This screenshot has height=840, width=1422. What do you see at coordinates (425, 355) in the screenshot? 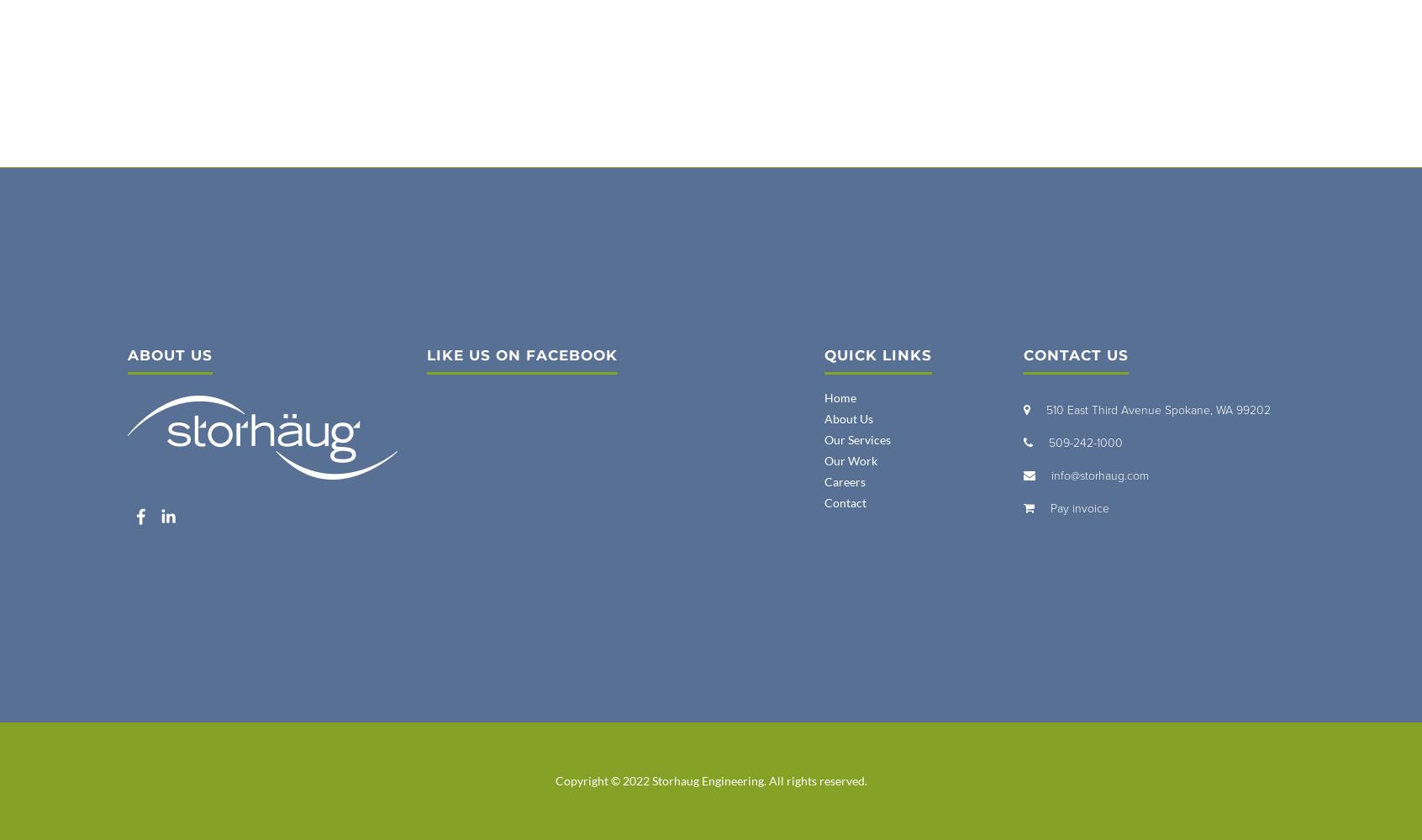
I see `'LIKE US ON FACEBOOK'` at bounding box center [425, 355].